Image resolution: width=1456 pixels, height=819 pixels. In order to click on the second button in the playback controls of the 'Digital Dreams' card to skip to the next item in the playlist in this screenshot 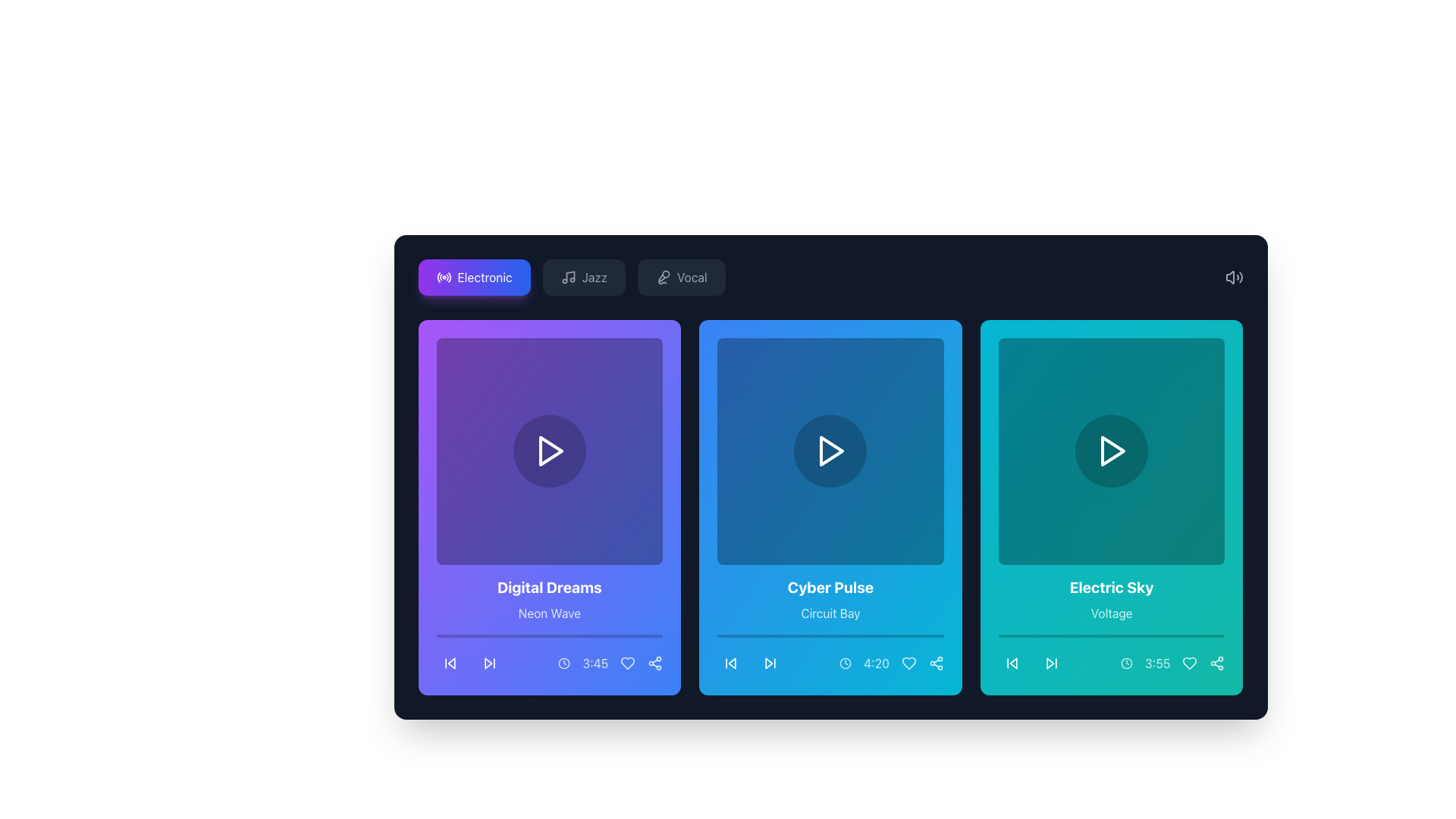, I will do `click(489, 662)`.